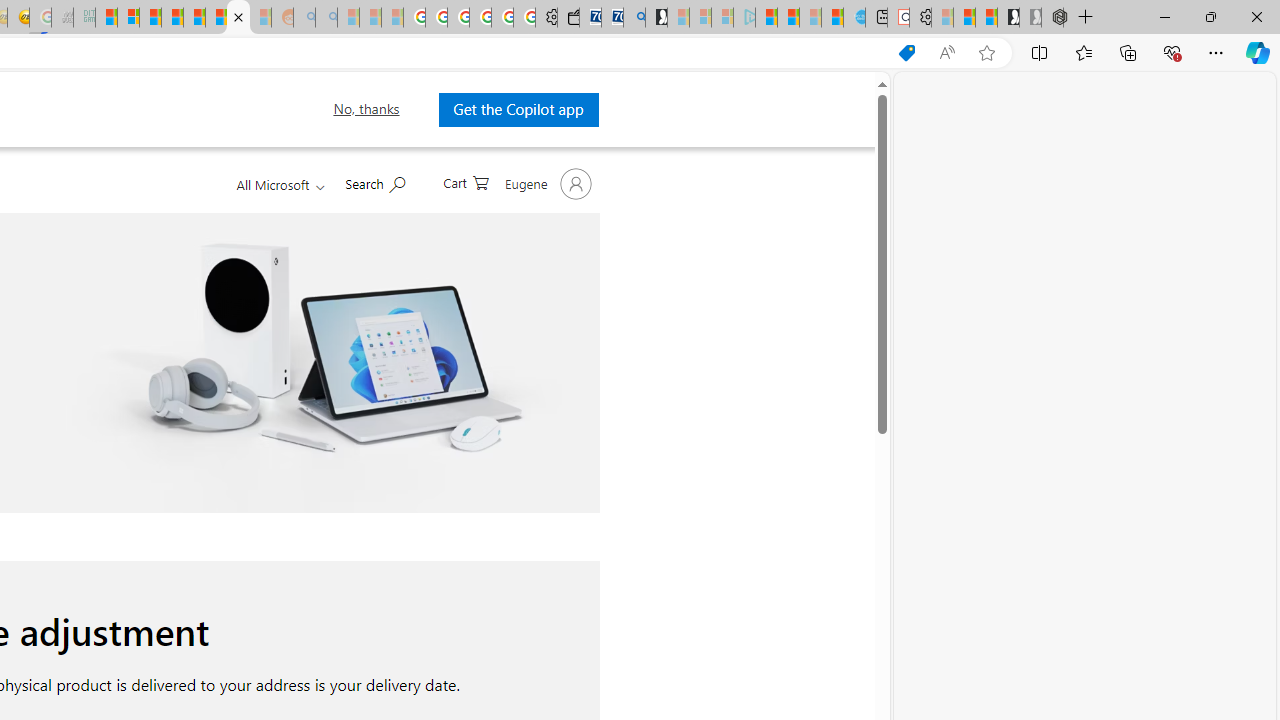 The image size is (1280, 720). Describe the element at coordinates (905, 52) in the screenshot. I see `'Shopping in Microsoft Edge'` at that location.